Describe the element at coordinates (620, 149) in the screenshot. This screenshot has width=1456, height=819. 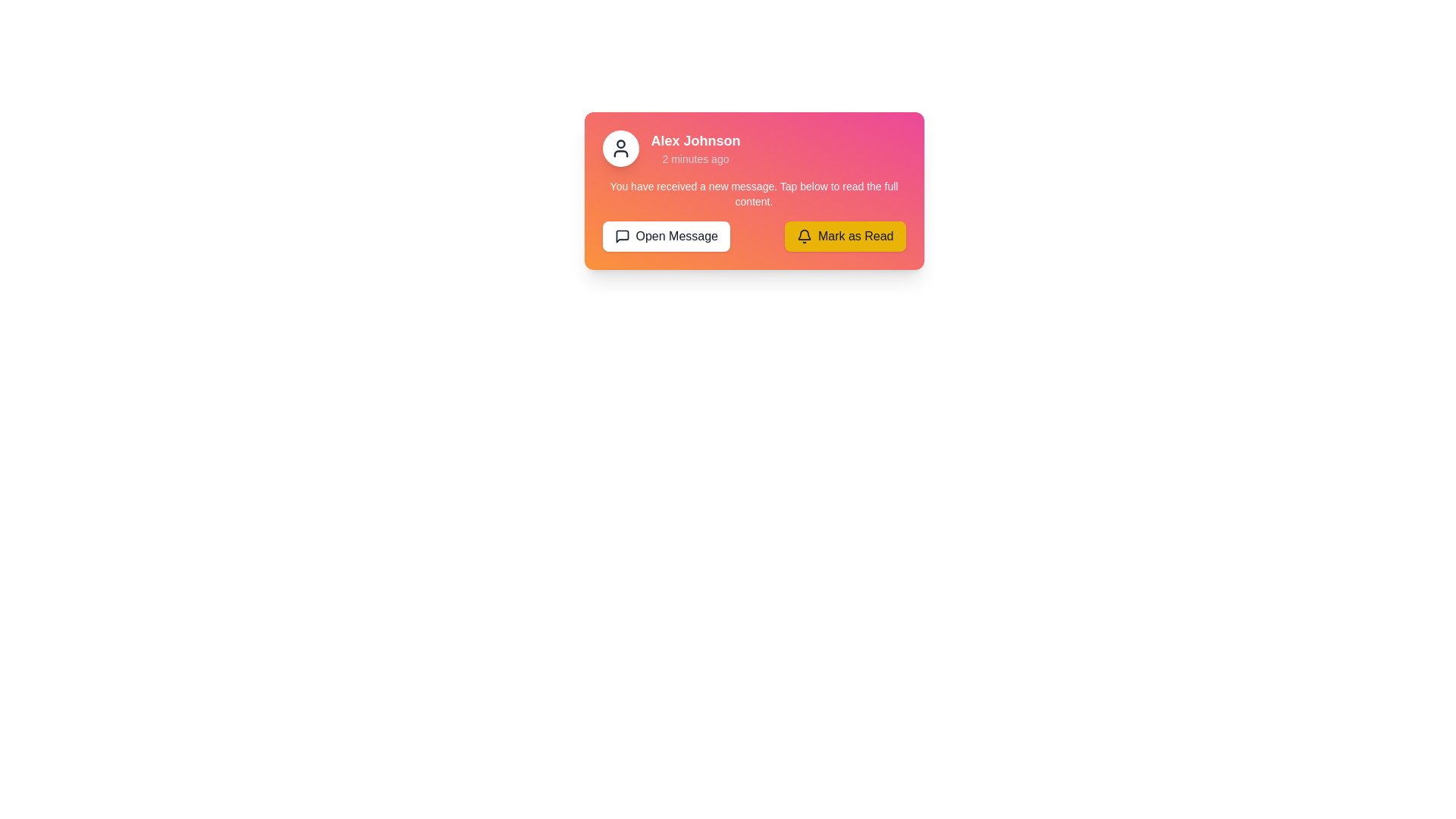
I see `the user avatar icon, which is a dark gray silhouette within a circular outline on the upper left corner of the notification card` at that location.